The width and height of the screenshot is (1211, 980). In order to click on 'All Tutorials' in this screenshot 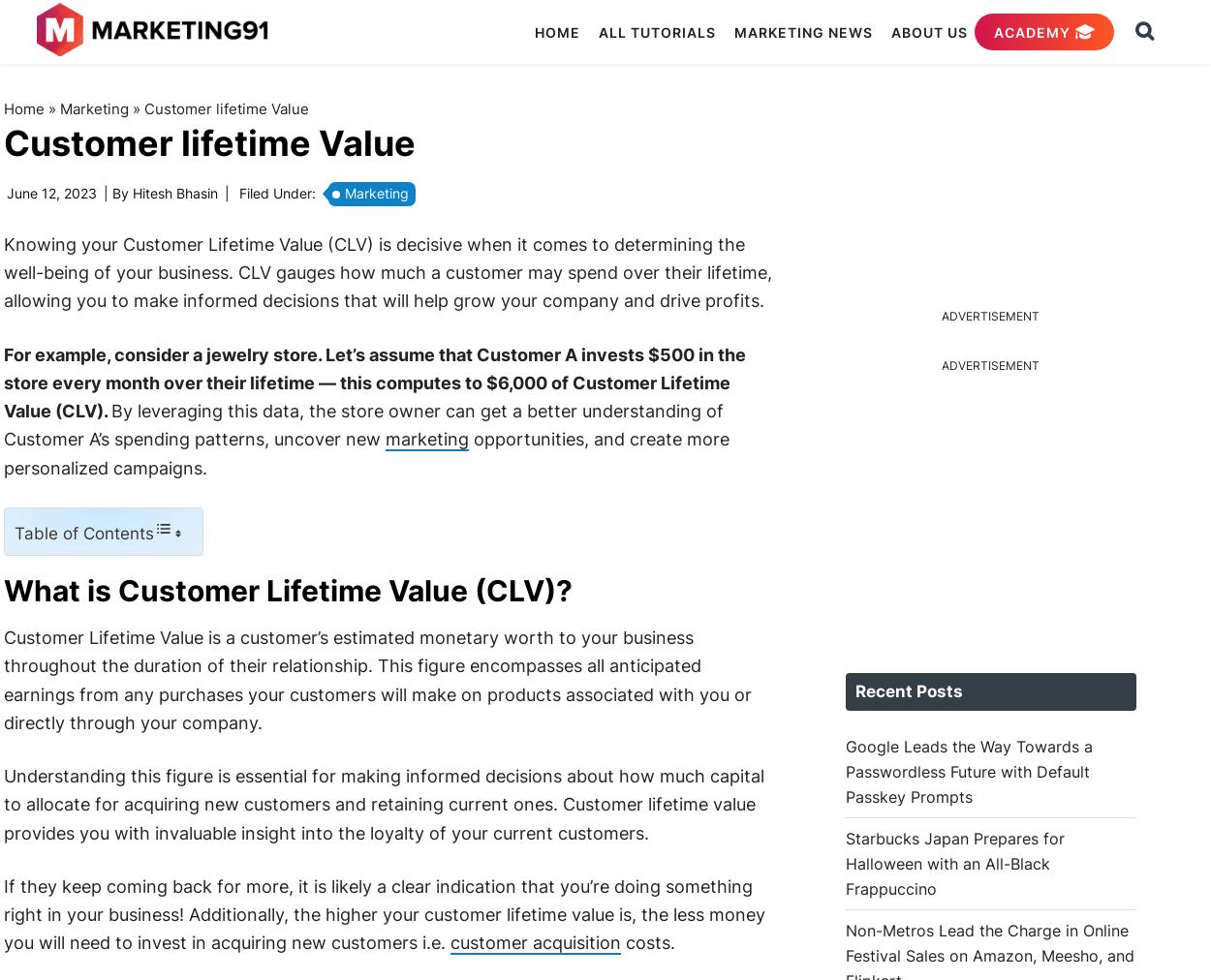, I will do `click(593, 31)`.